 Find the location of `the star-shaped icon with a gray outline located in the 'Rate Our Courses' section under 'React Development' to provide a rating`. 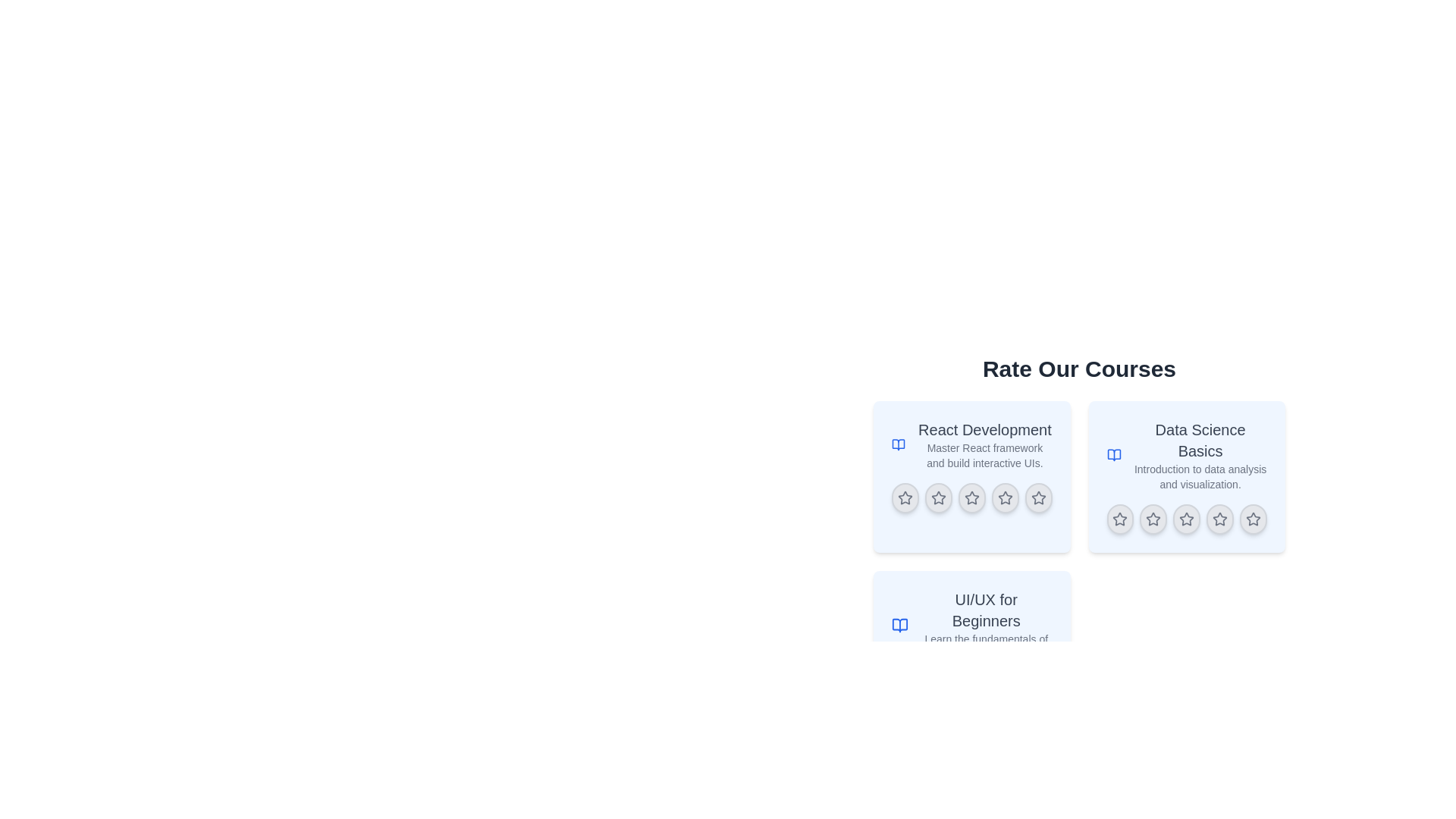

the star-shaped icon with a gray outline located in the 'Rate Our Courses' section under 'React Development' to provide a rating is located at coordinates (1037, 497).